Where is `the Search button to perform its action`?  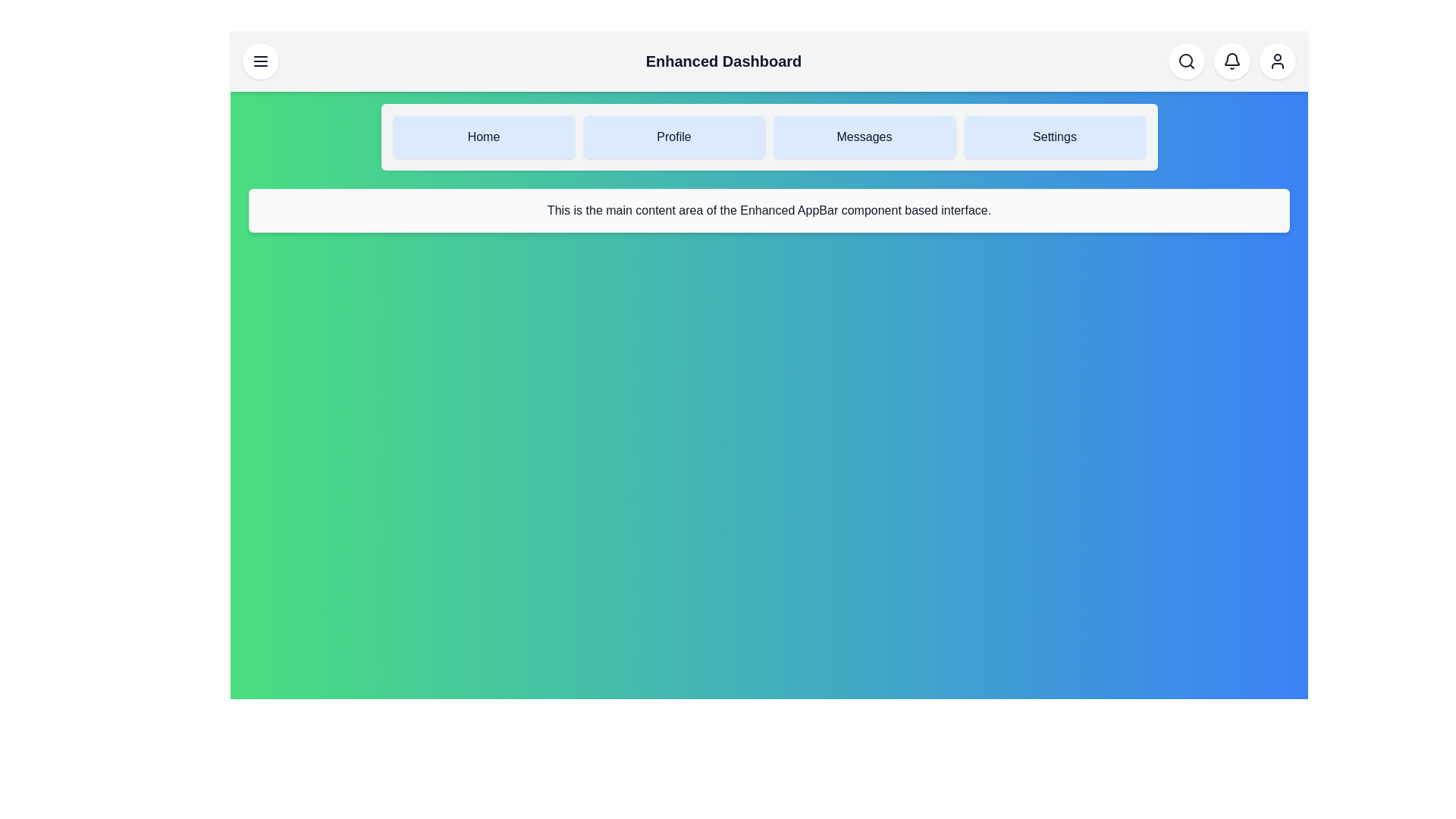
the Search button to perform its action is located at coordinates (1185, 61).